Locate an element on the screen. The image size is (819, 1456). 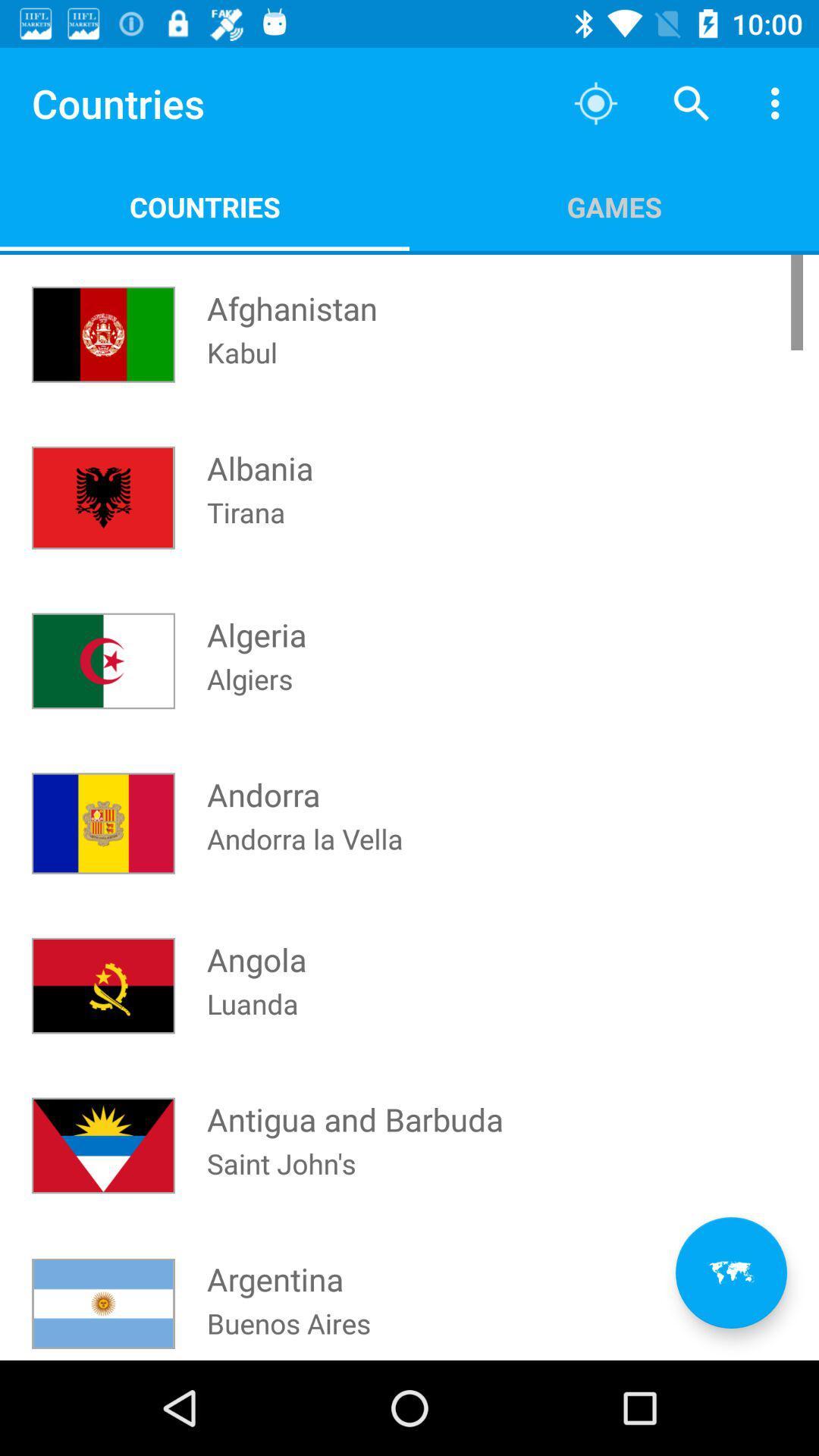
icon above antigua and barbuda icon is located at coordinates (252, 1023).